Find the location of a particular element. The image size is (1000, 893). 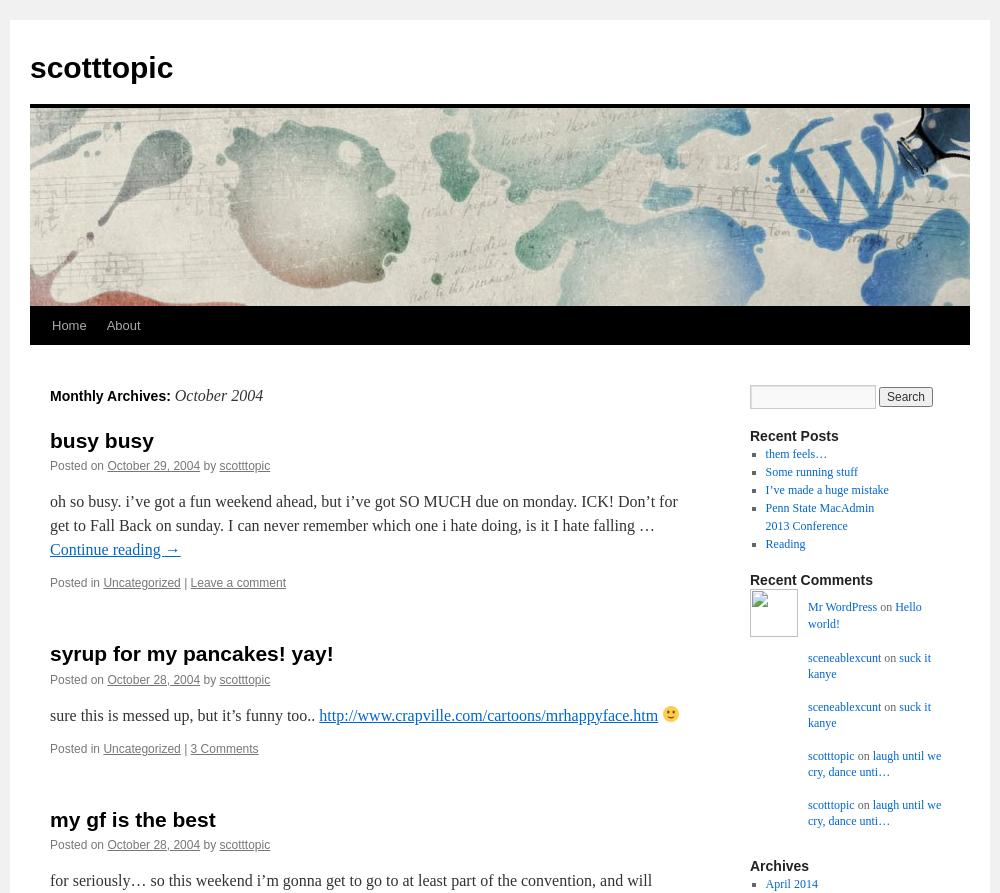

'my gf is the best' is located at coordinates (132, 817).